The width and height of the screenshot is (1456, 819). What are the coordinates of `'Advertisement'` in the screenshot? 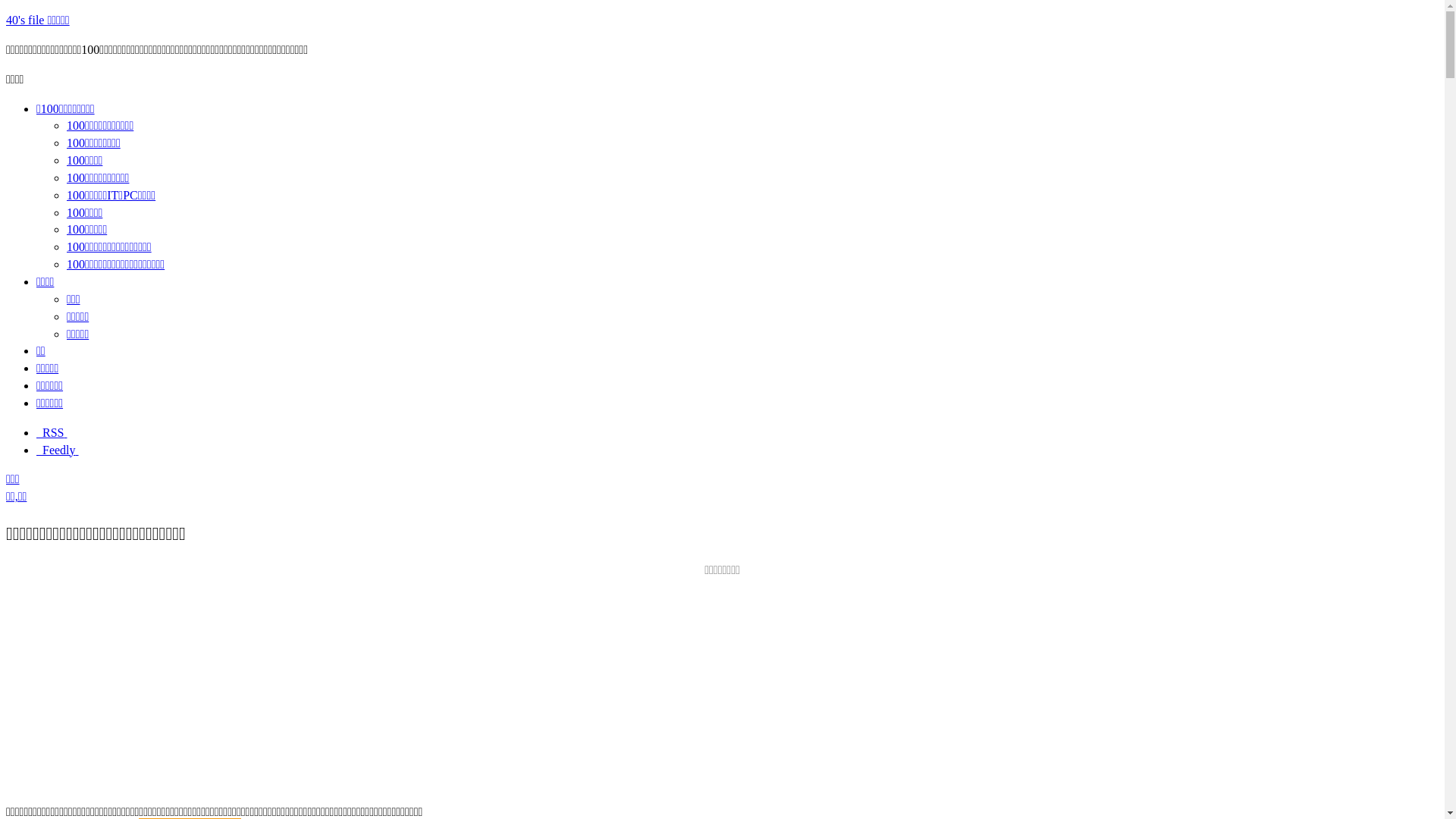 It's located at (720, 685).